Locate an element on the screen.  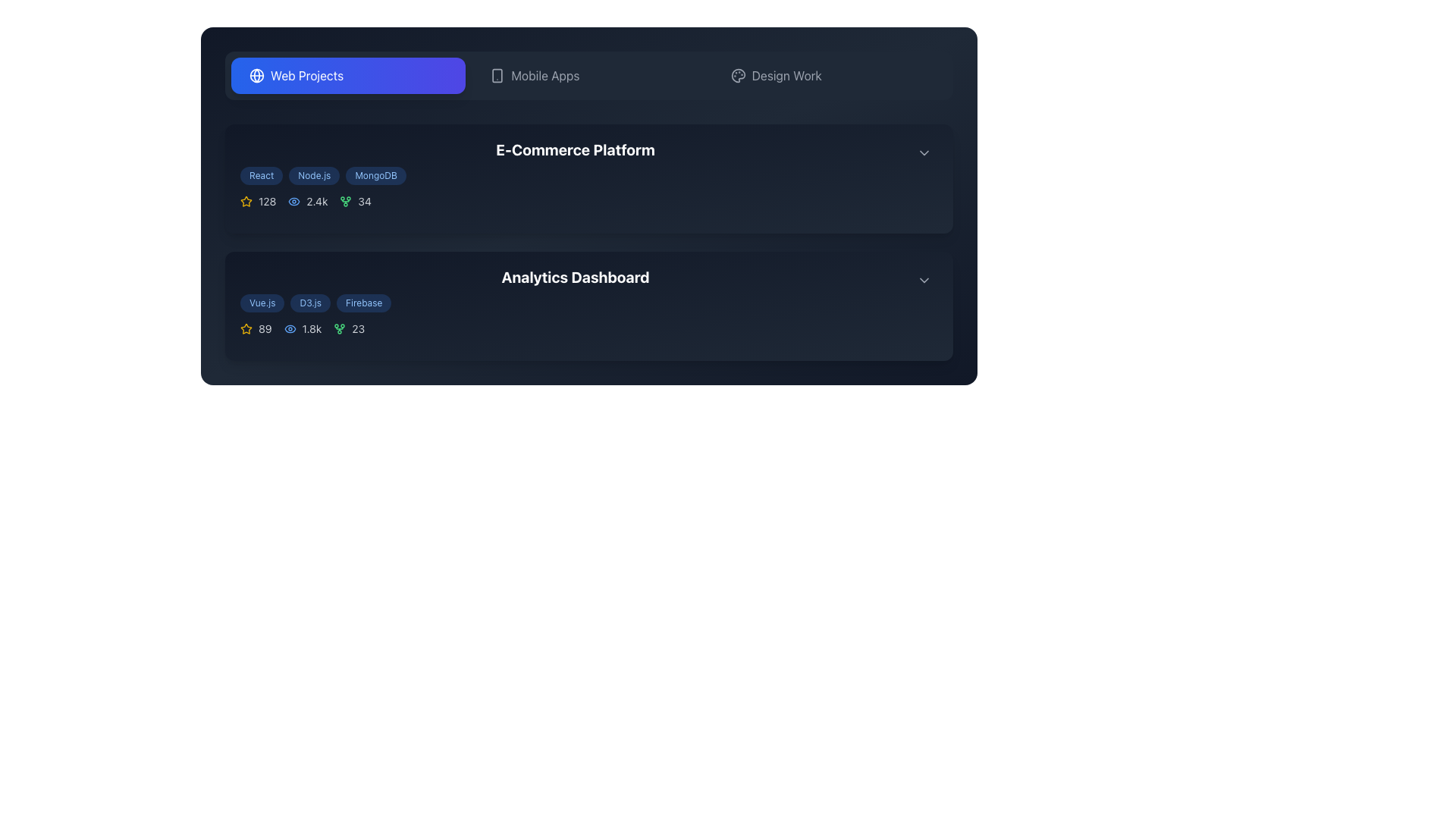
the visibility icon located to the left of the number '2.4k' in the first content block for 'E-Commerce Platform' is located at coordinates (294, 201).